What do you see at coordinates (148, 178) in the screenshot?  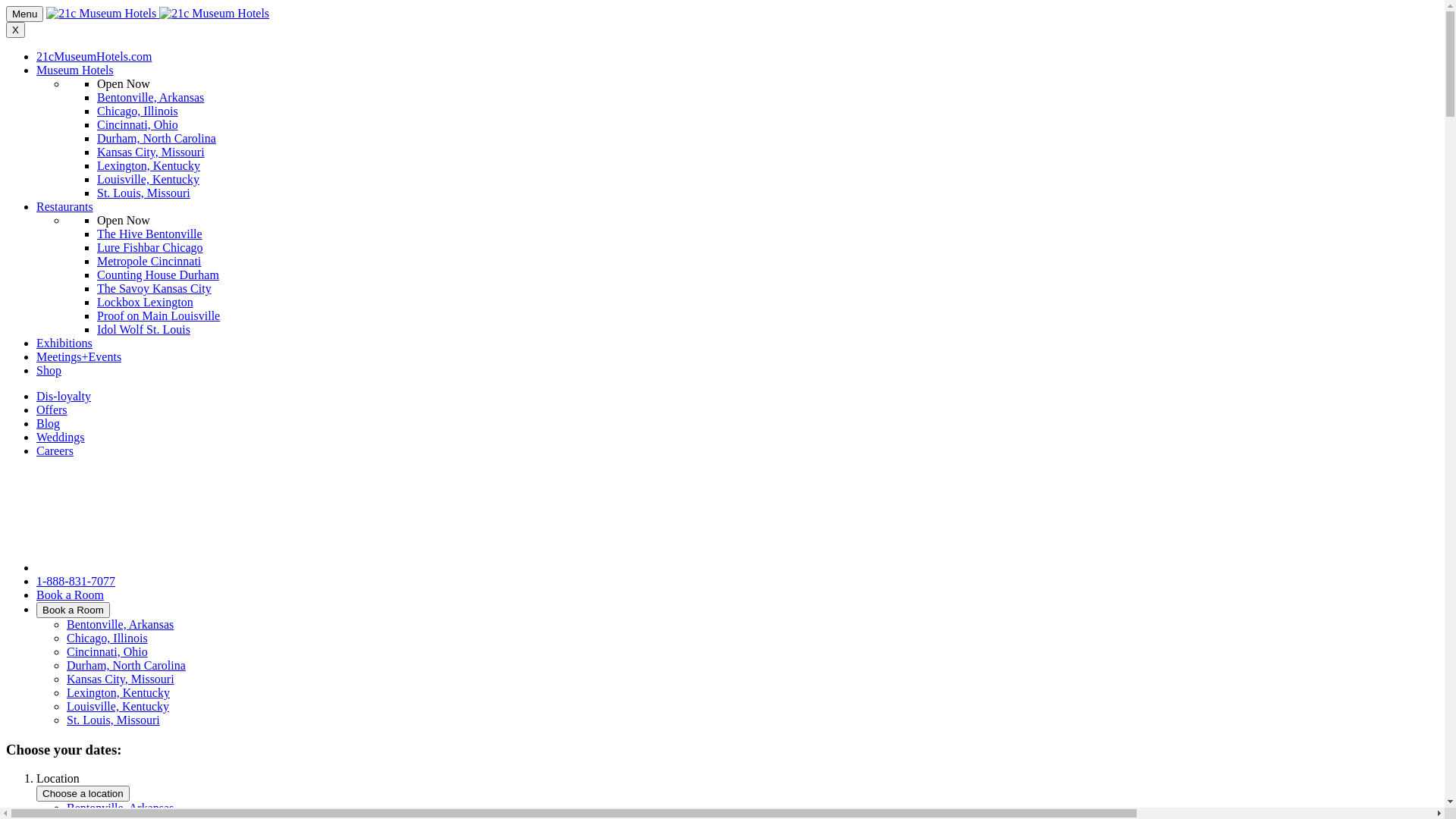 I see `'Louisville, Kentucky'` at bounding box center [148, 178].